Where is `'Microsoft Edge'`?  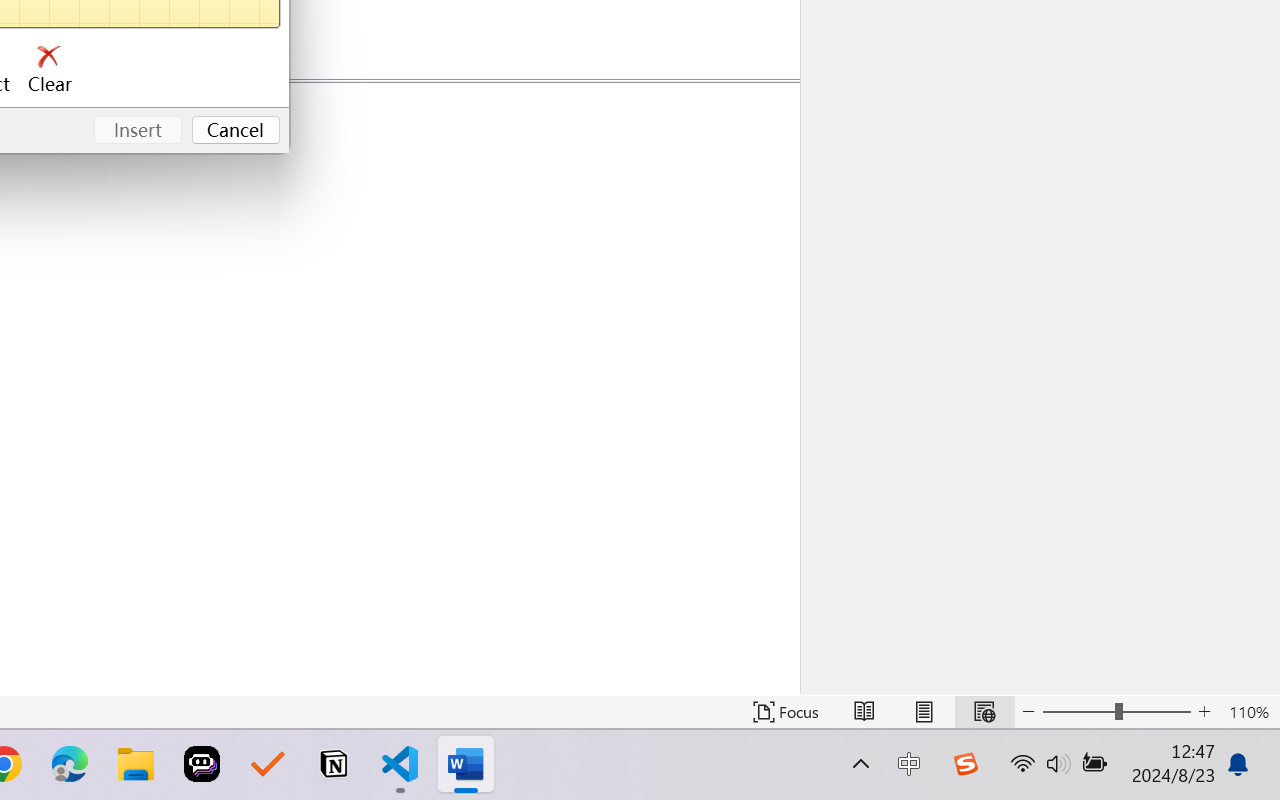 'Microsoft Edge' is located at coordinates (69, 764).